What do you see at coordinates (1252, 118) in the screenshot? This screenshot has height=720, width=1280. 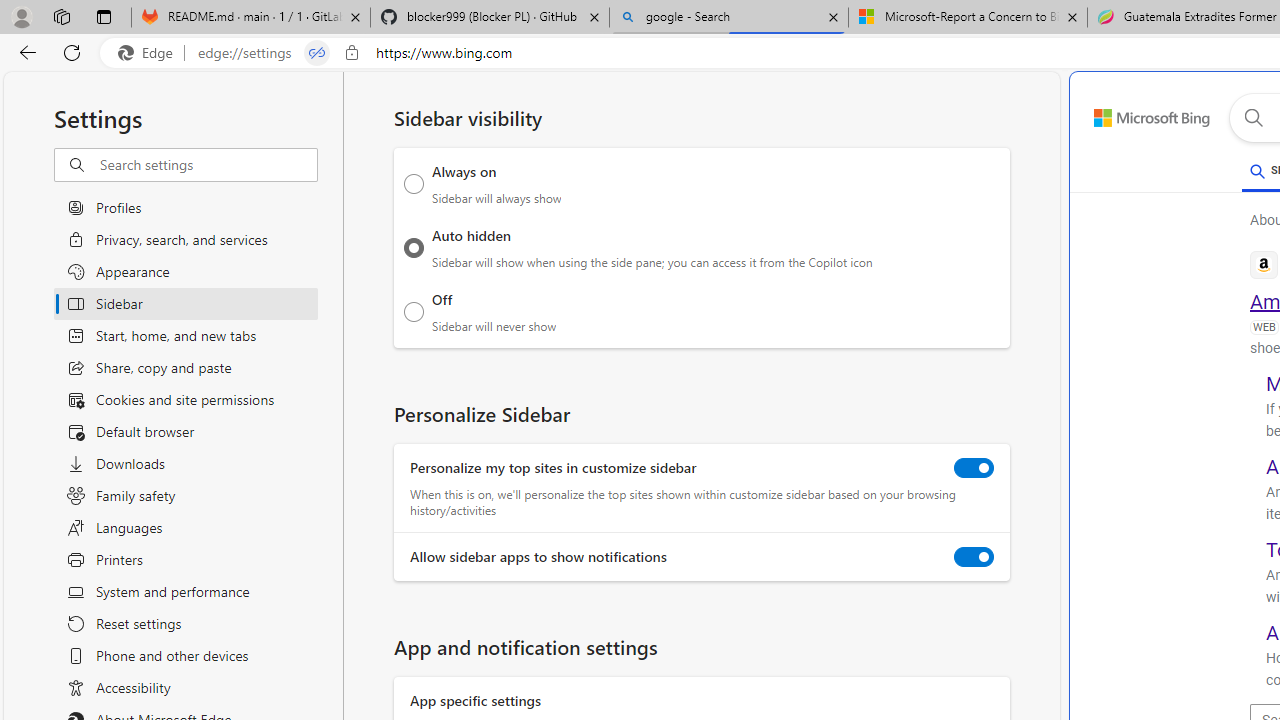 I see `'Search button'` at bounding box center [1252, 118].